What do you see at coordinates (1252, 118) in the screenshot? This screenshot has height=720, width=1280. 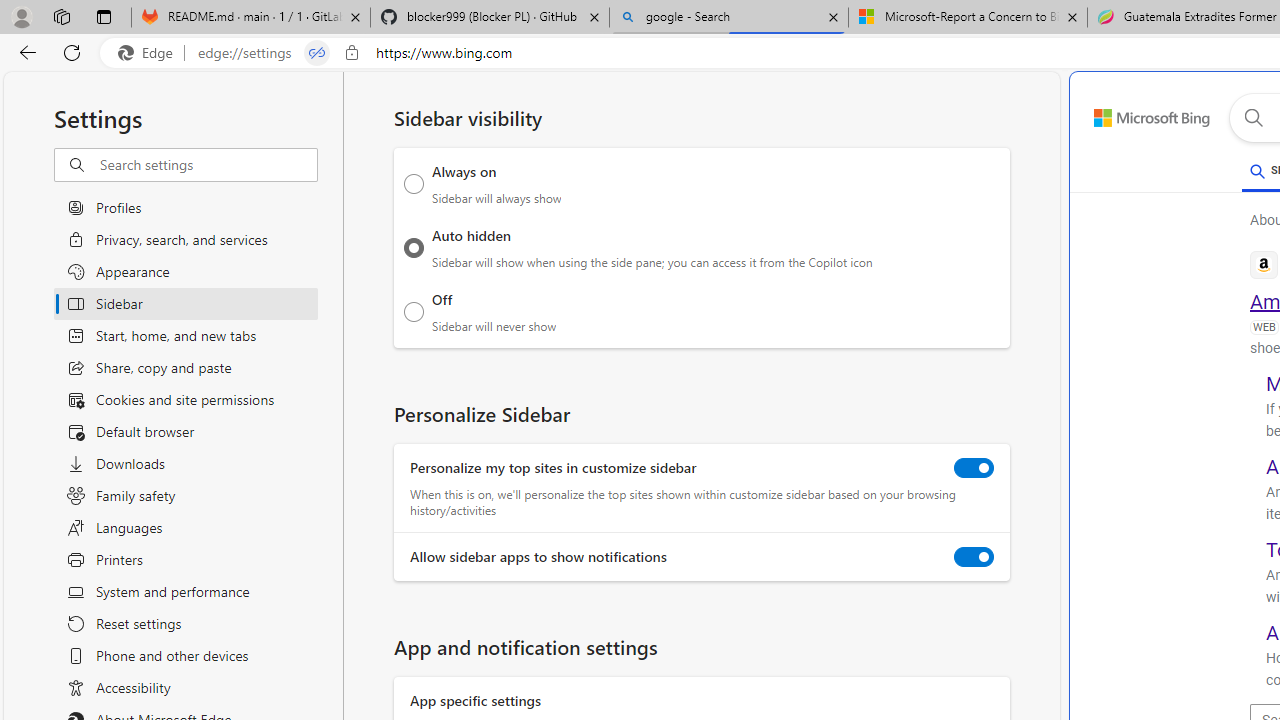 I see `'Search button'` at bounding box center [1252, 118].